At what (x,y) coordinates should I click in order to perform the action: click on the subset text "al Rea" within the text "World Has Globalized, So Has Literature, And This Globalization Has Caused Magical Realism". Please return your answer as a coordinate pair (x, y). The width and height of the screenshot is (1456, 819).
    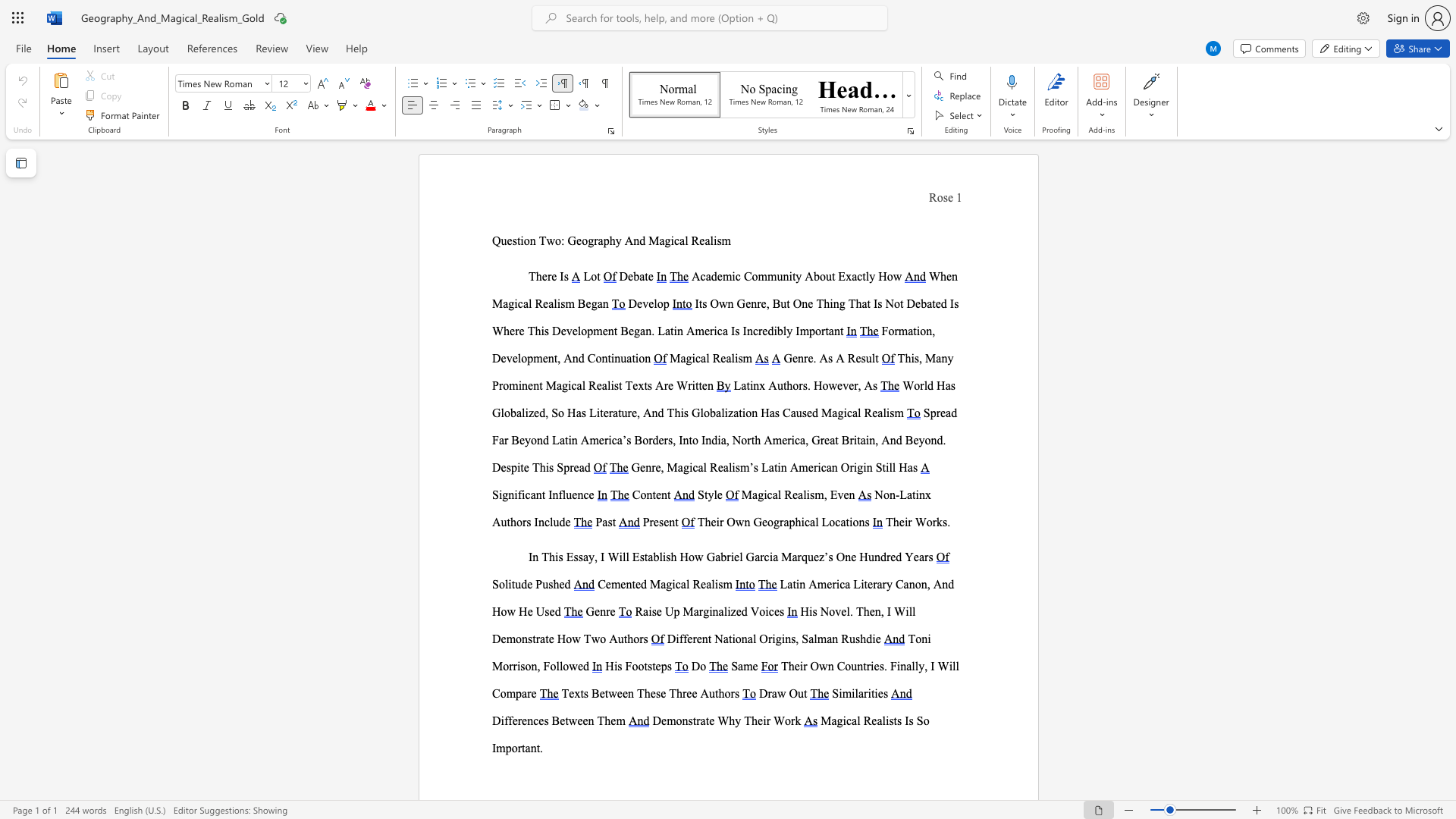
    Looking at the image, I should click on (852, 413).